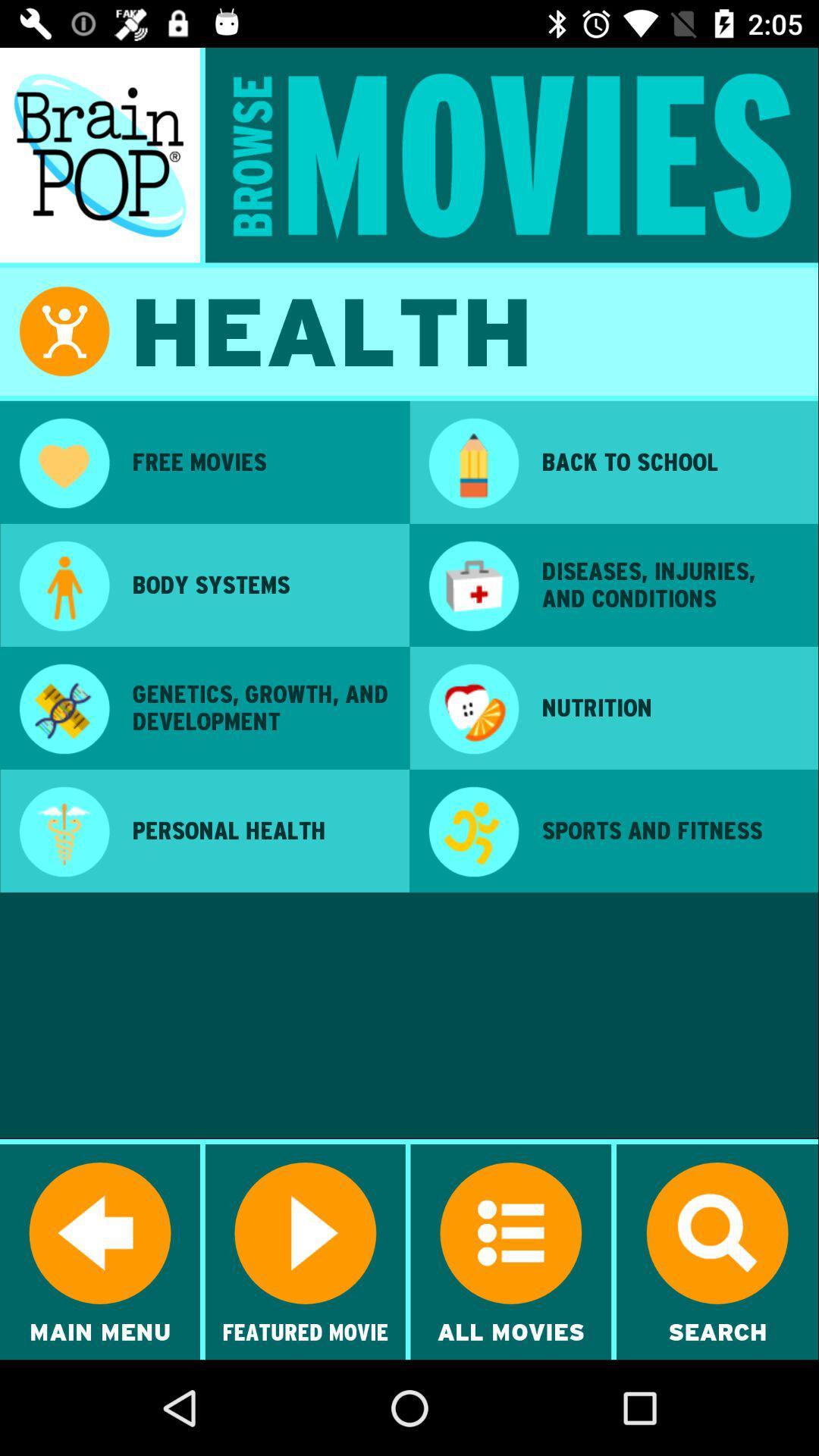  I want to click on the icon below sports and fitness item, so click(669, 952).